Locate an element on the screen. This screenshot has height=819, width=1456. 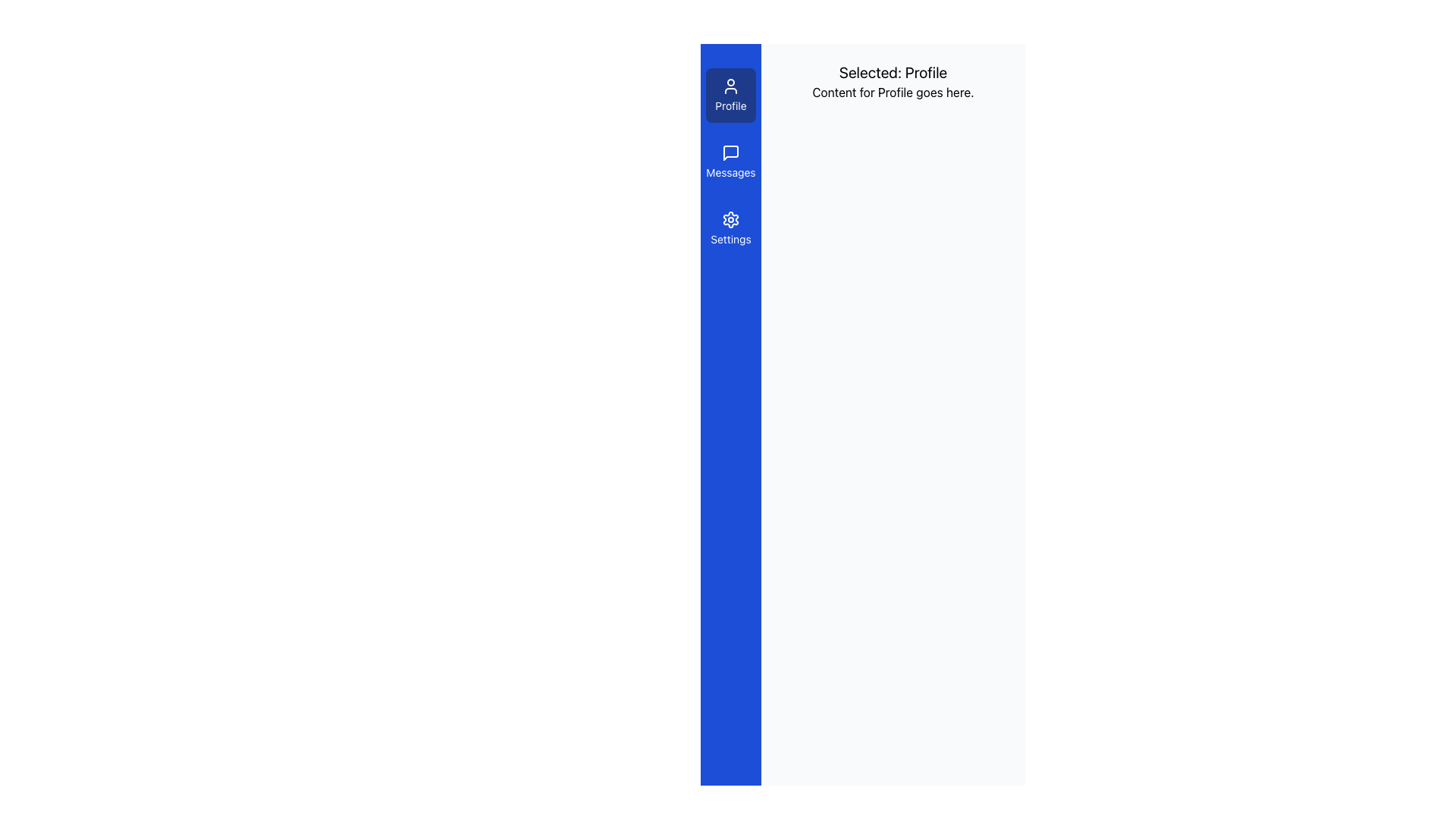
the 'Messages' text label located on the blue vertical sidebar, positioned below the message icon and above the 'Settings' option is located at coordinates (731, 171).